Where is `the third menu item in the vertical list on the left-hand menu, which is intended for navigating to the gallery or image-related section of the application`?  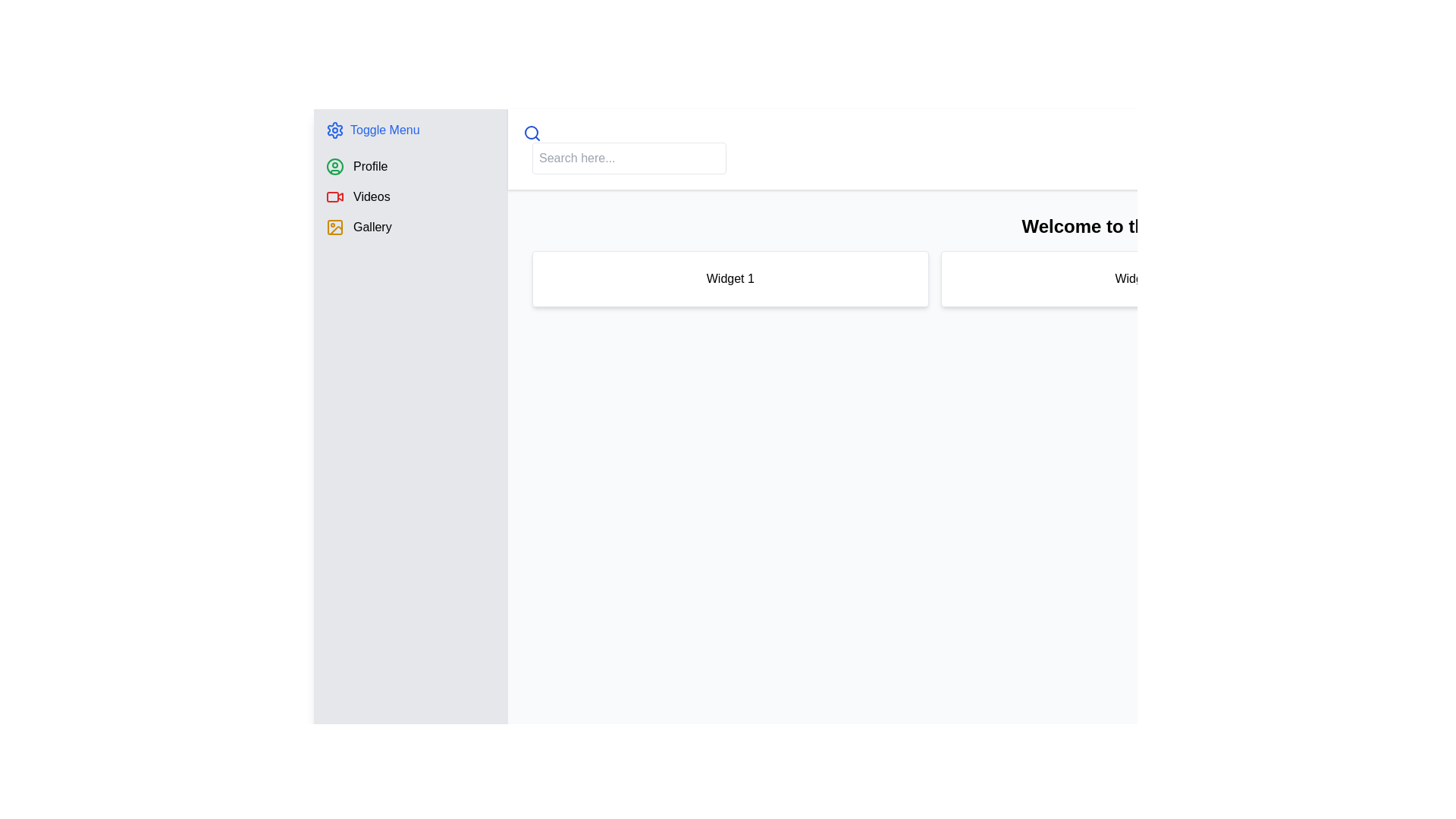
the third menu item in the vertical list on the left-hand menu, which is intended for navigating to the gallery or image-related section of the application is located at coordinates (411, 227).